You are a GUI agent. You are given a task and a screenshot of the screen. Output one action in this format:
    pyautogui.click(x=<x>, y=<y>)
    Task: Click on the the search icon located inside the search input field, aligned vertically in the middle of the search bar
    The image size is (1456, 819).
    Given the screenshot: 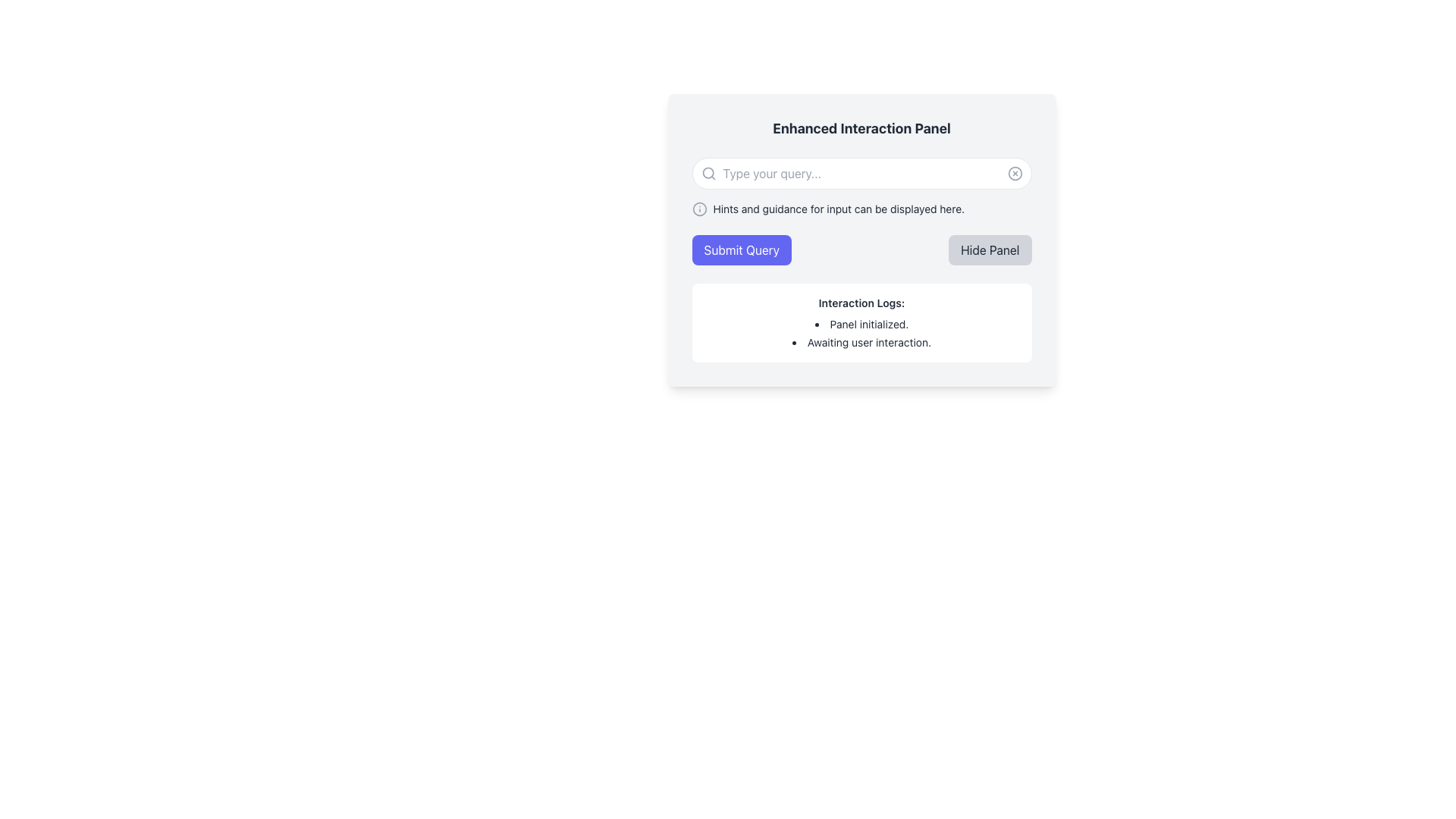 What is the action you would take?
    pyautogui.click(x=708, y=172)
    